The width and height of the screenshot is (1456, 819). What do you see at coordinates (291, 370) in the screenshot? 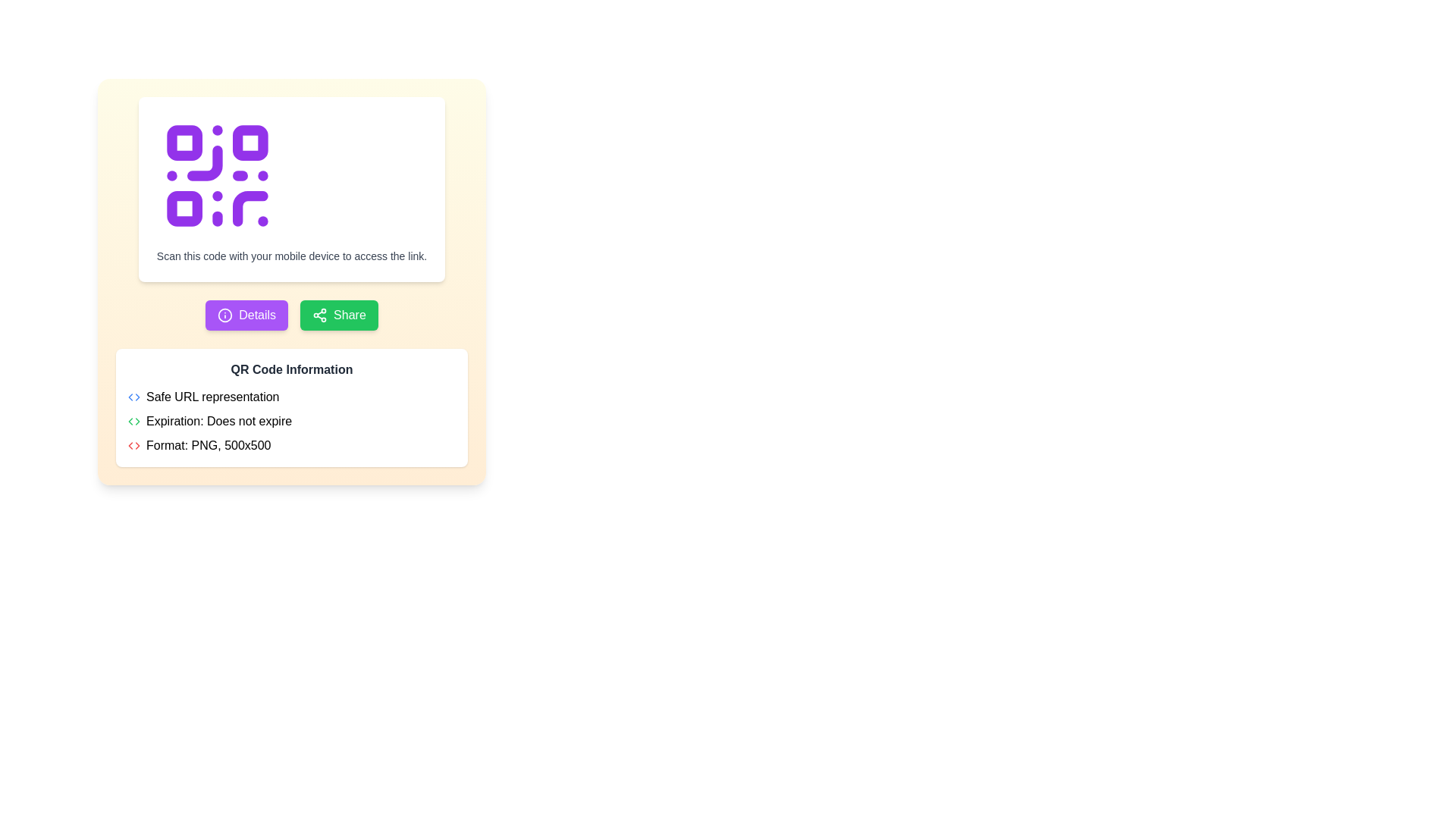
I see `the text header displaying 'QR Code Information' which is styled in bold dark gray and positioned at the top of the white box containing additional information` at bounding box center [291, 370].